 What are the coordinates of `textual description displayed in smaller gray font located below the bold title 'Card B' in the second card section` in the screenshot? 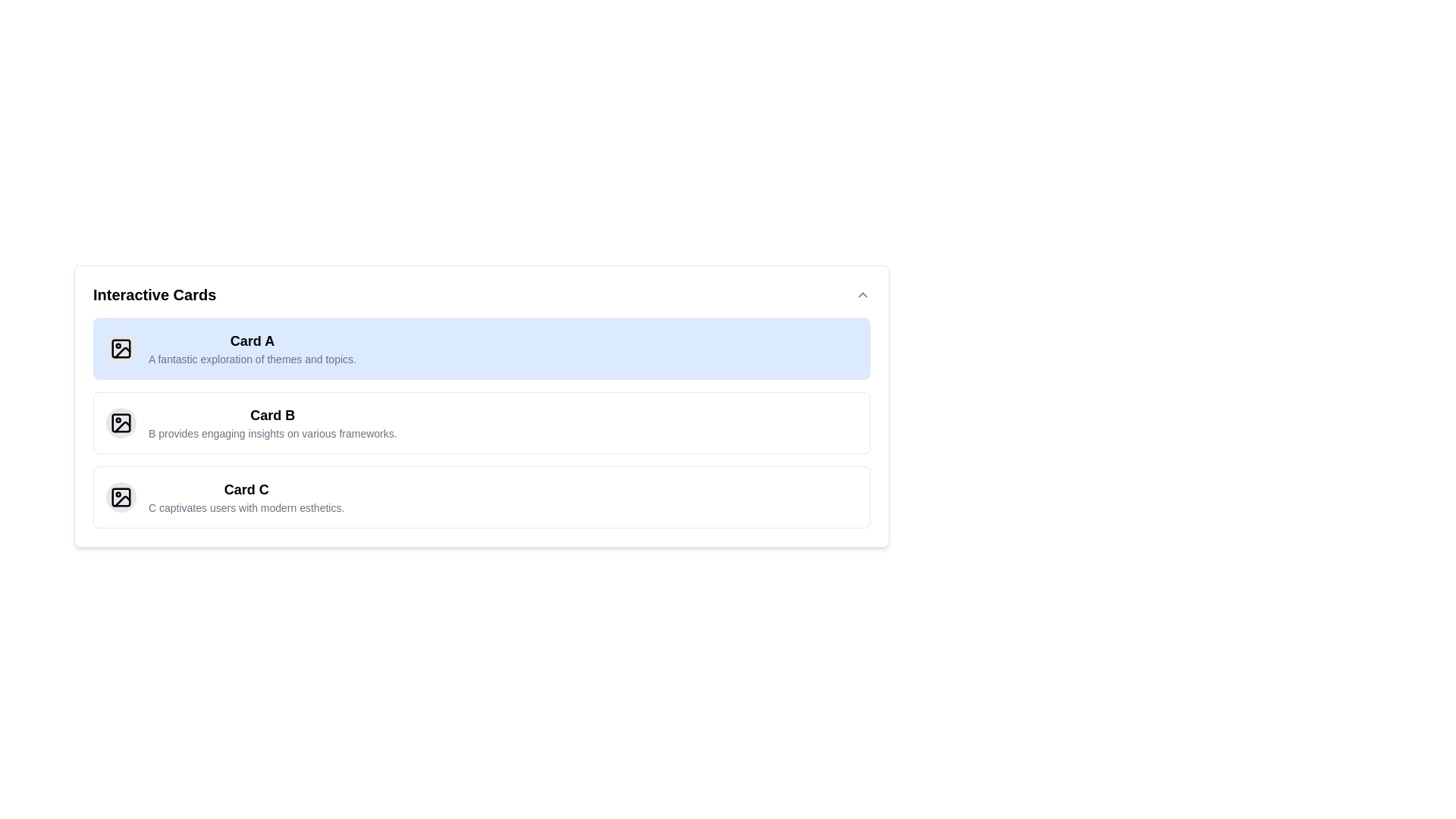 It's located at (272, 433).